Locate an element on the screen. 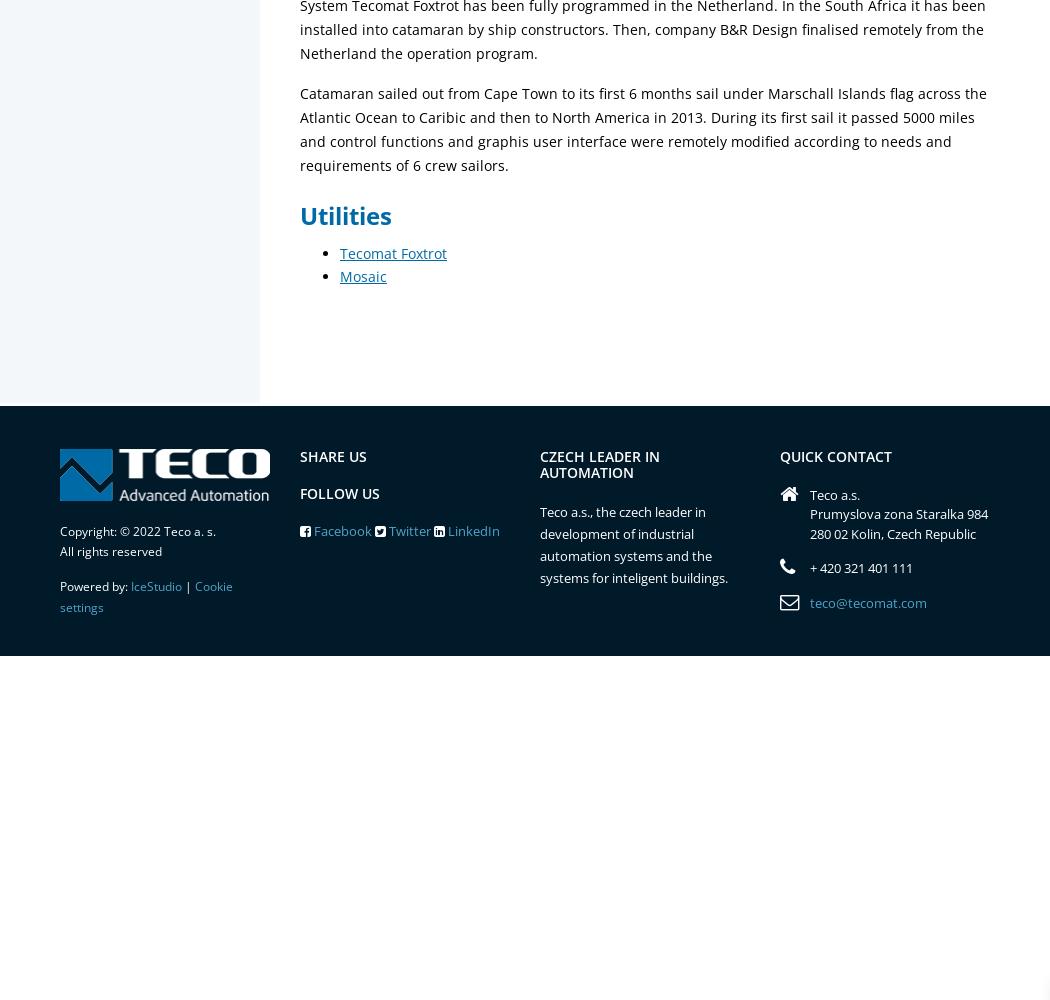 The height and width of the screenshot is (1000, 1050). 'Mosaic' is located at coordinates (362, 276).